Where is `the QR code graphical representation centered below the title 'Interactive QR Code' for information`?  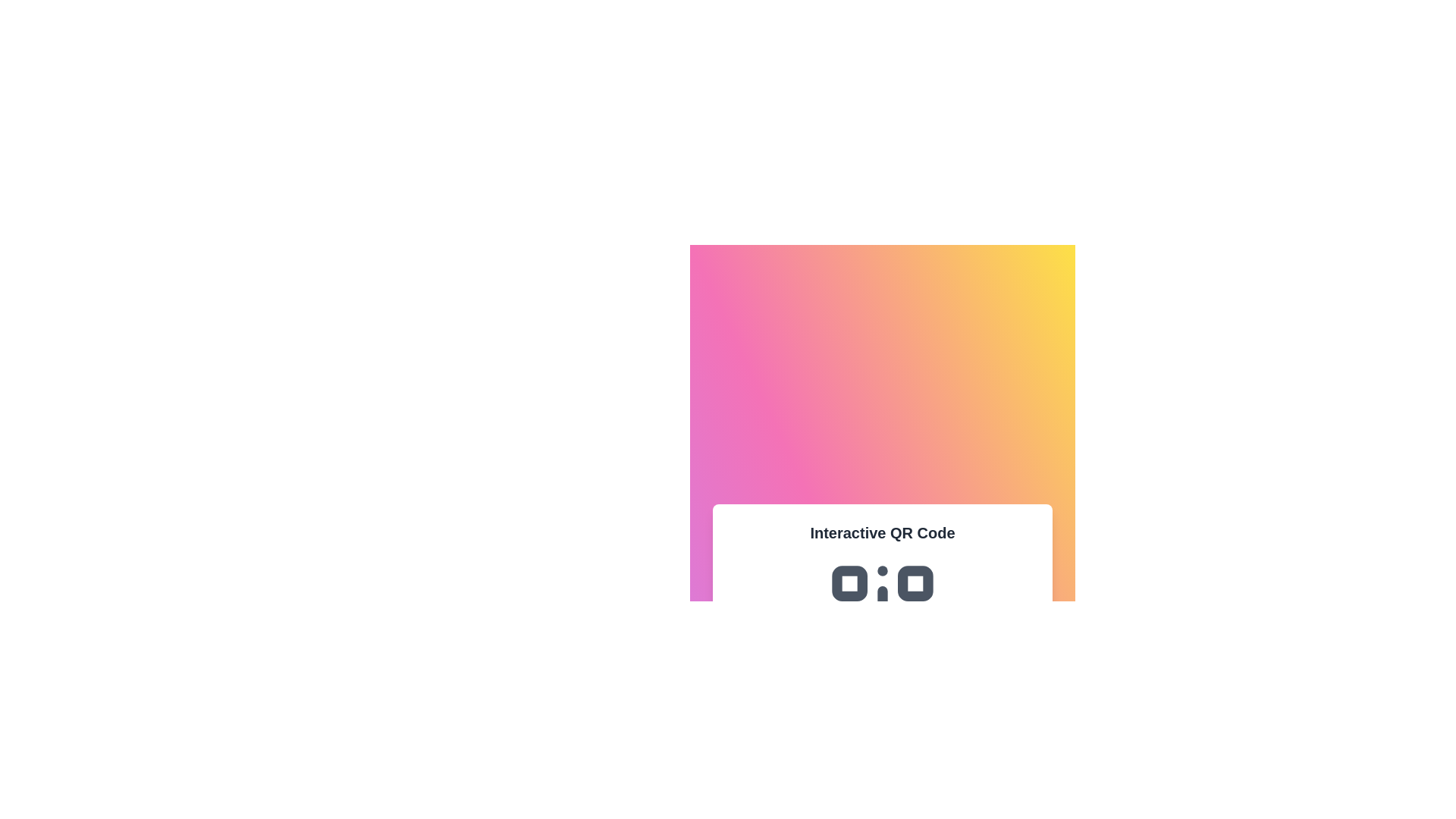 the QR code graphical representation centered below the title 'Interactive QR Code' for information is located at coordinates (882, 616).